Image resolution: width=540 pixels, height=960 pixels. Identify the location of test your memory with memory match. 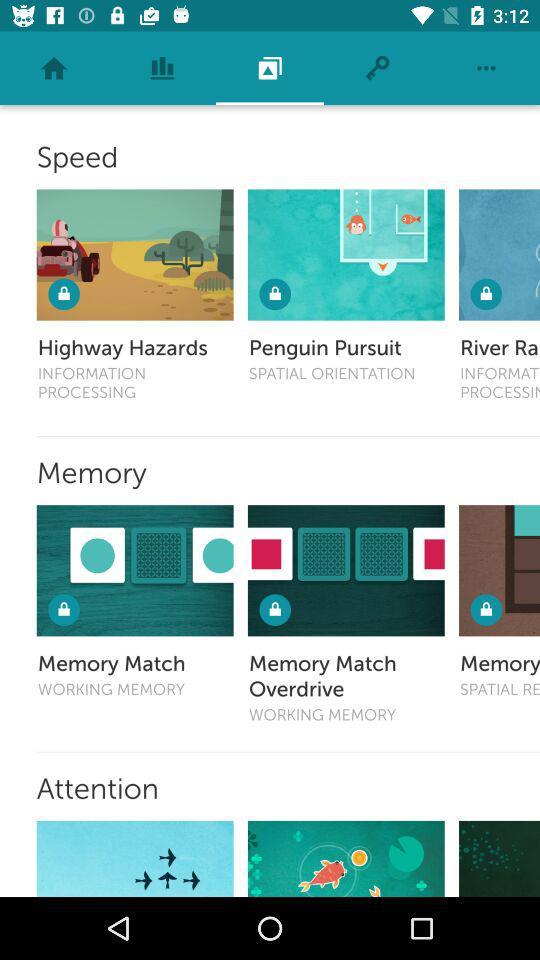
(135, 570).